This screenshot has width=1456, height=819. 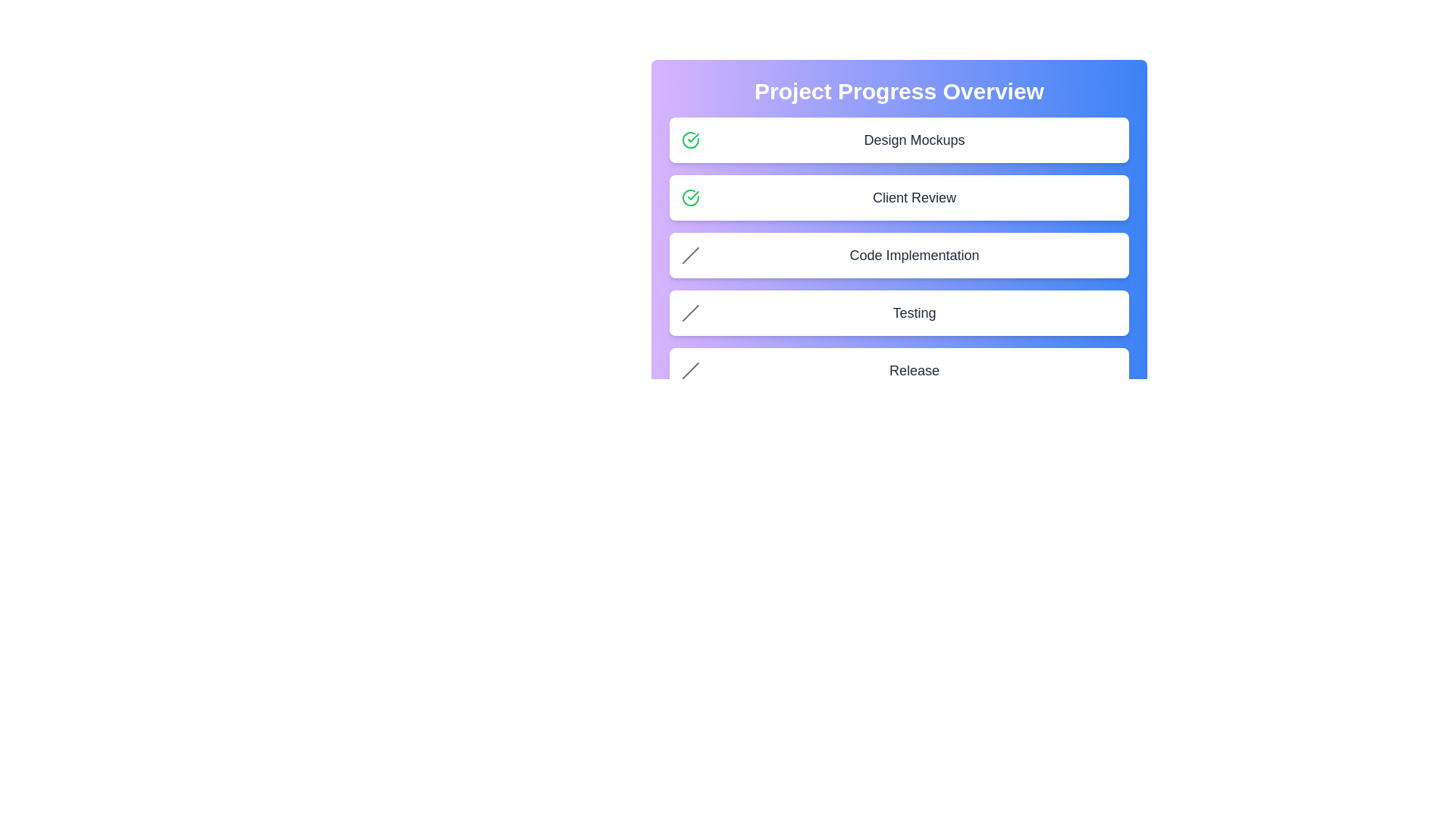 I want to click on the content of the fifth list item under 'Project Progress Overview' which indicates the 'Release' task status, so click(x=899, y=371).